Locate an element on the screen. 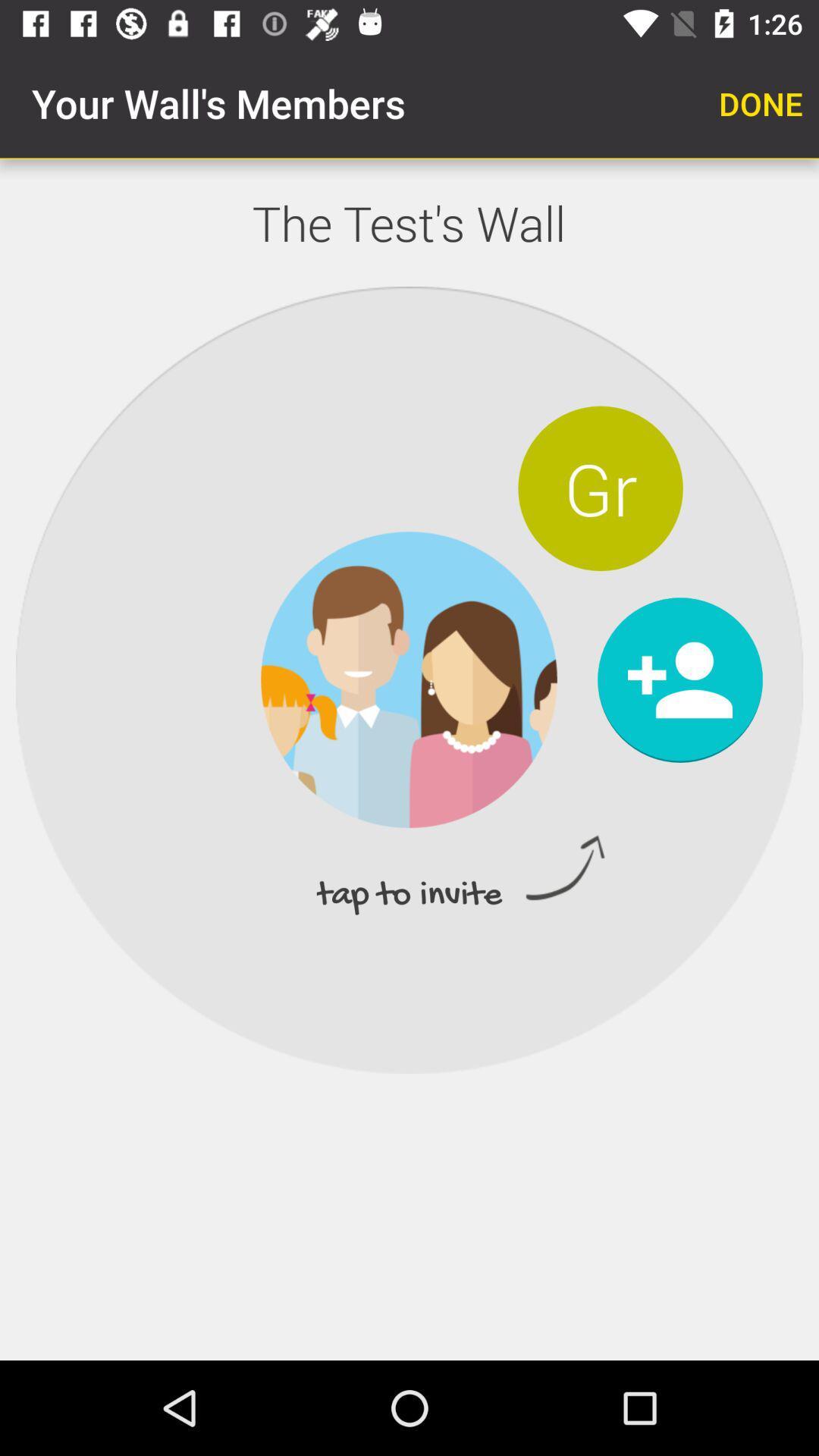 Image resolution: width=819 pixels, height=1456 pixels. icon to the right of the your wall s app is located at coordinates (761, 102).